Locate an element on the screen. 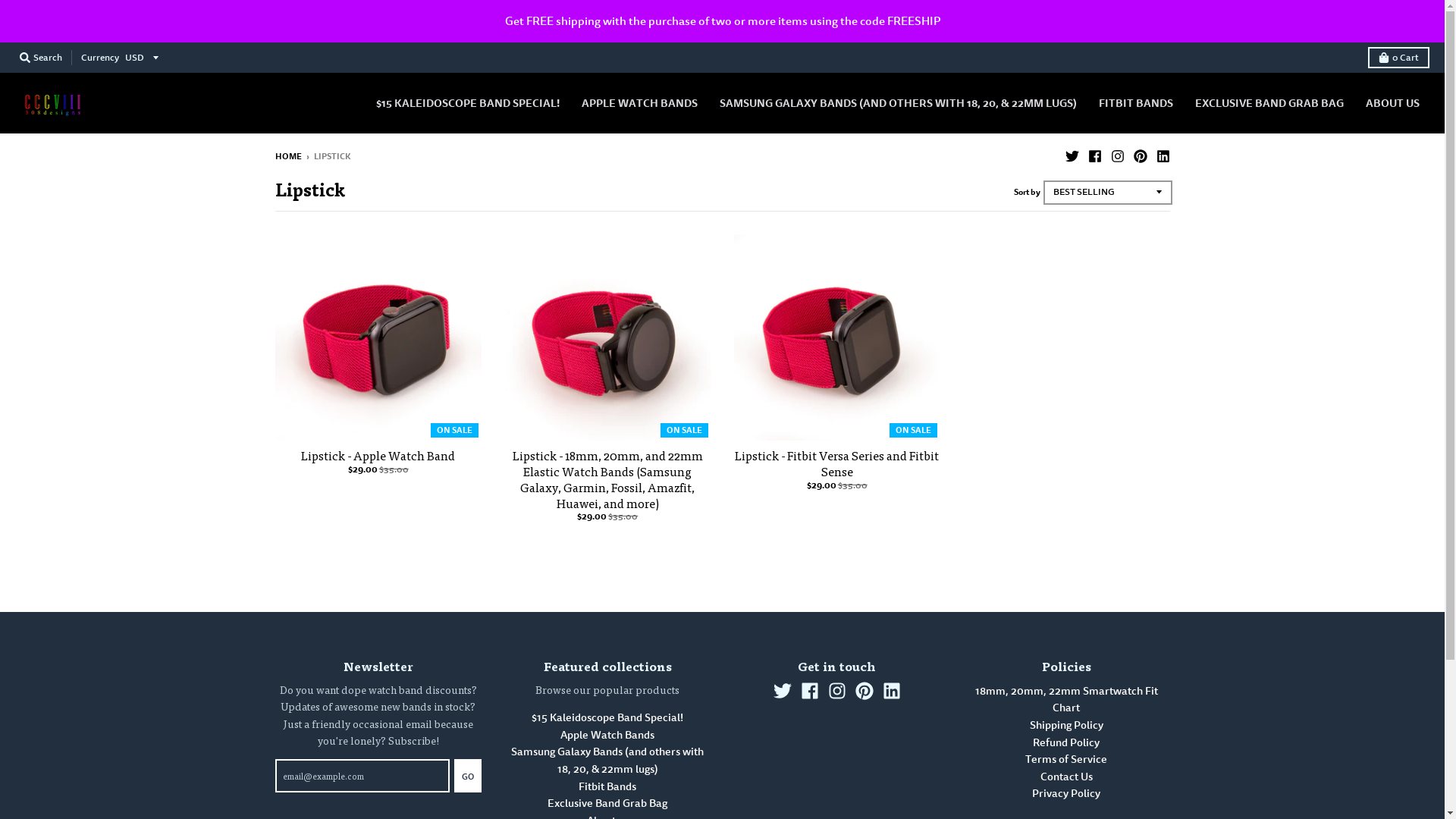 The width and height of the screenshot is (1456, 819). 'HOME' is located at coordinates (274, 155).